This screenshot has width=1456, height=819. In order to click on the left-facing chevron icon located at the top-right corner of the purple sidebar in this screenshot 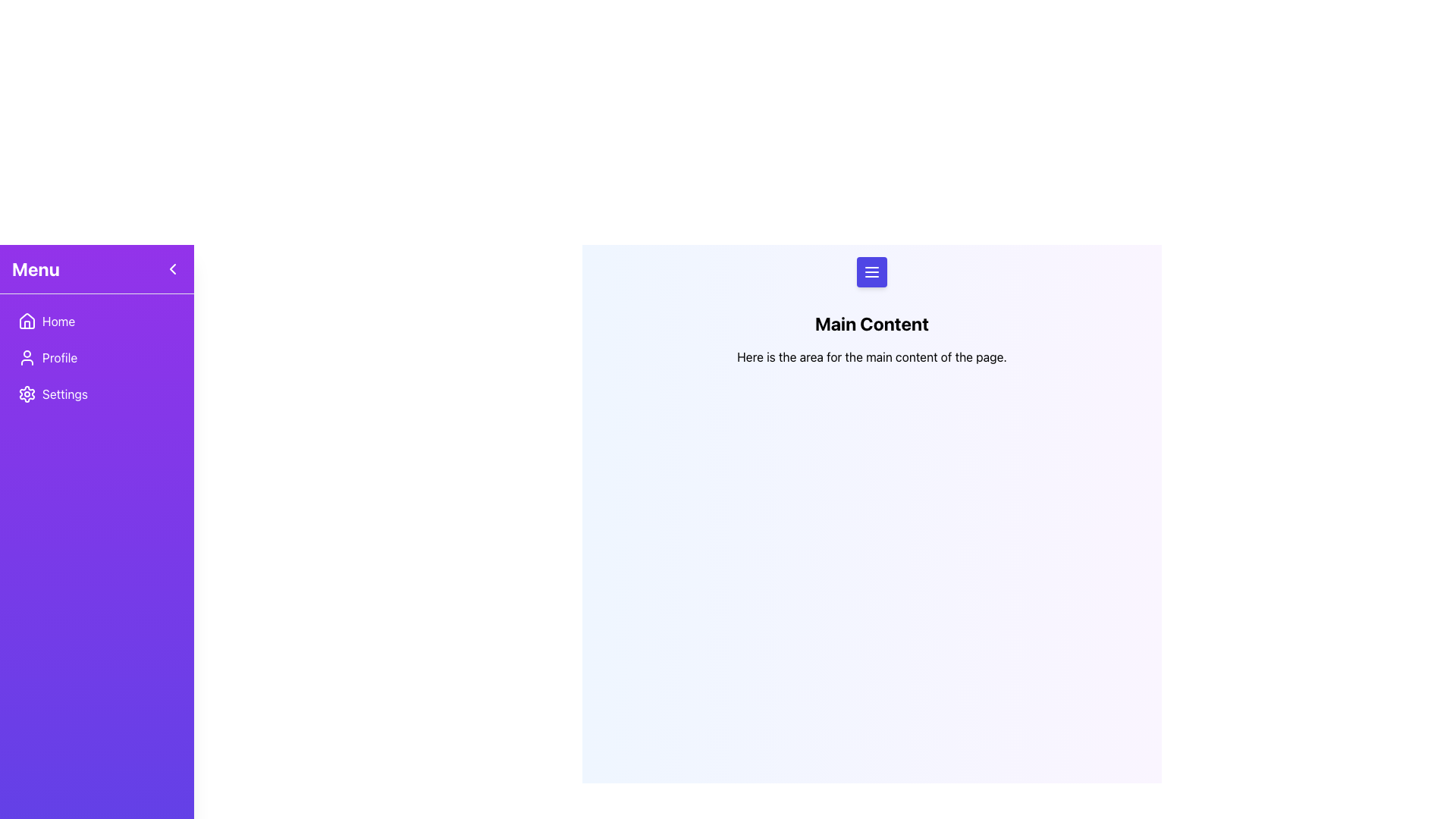, I will do `click(172, 268)`.